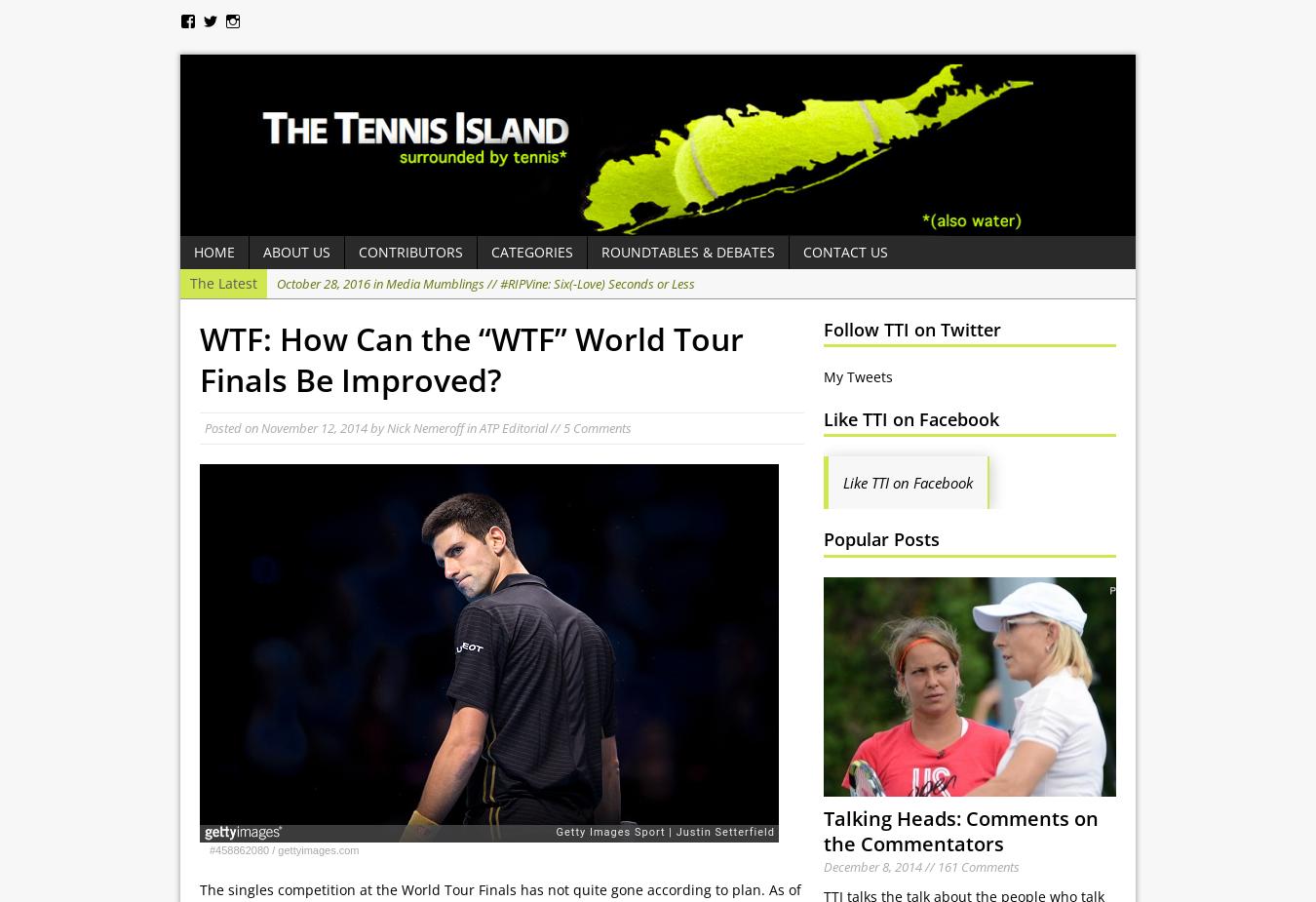  Describe the element at coordinates (377, 427) in the screenshot. I see `'by'` at that location.